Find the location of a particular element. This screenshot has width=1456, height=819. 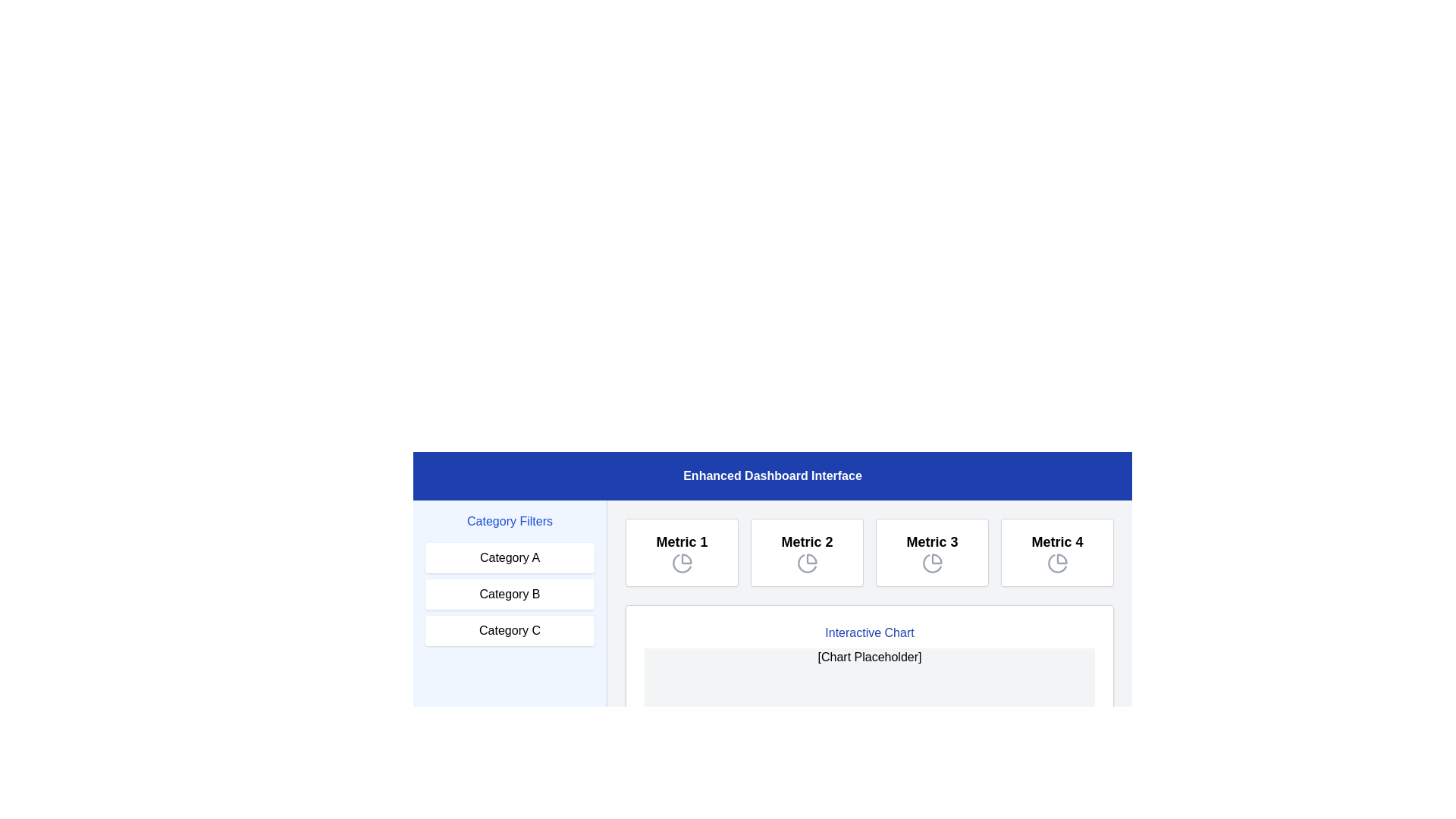

the 'Category B' button located in the 'Category Filters' section of the left panel is located at coordinates (510, 593).